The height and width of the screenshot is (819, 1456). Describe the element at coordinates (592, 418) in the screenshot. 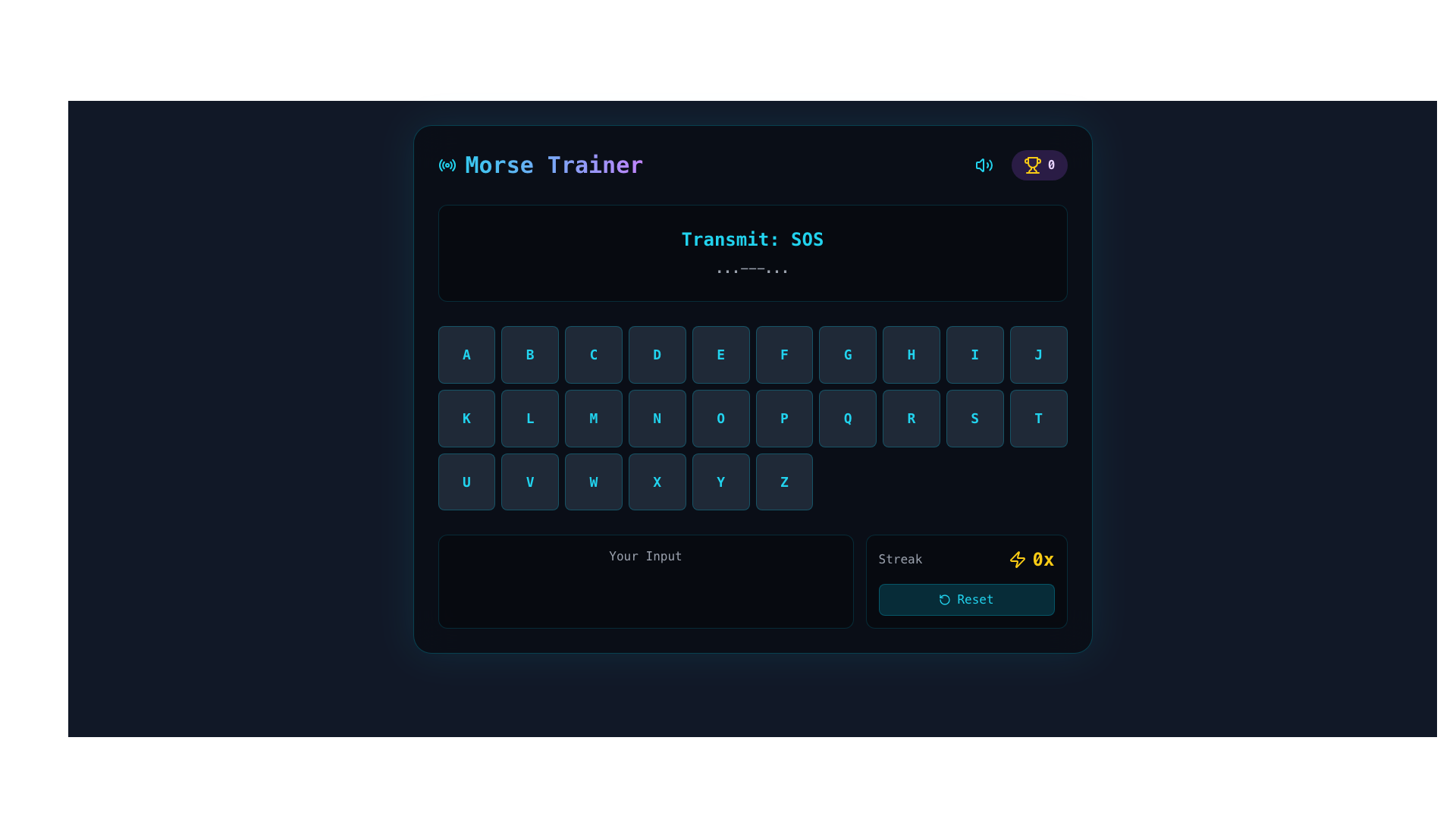

I see `the interactive button for selecting the letter 'M' in the Morse code input grid` at that location.